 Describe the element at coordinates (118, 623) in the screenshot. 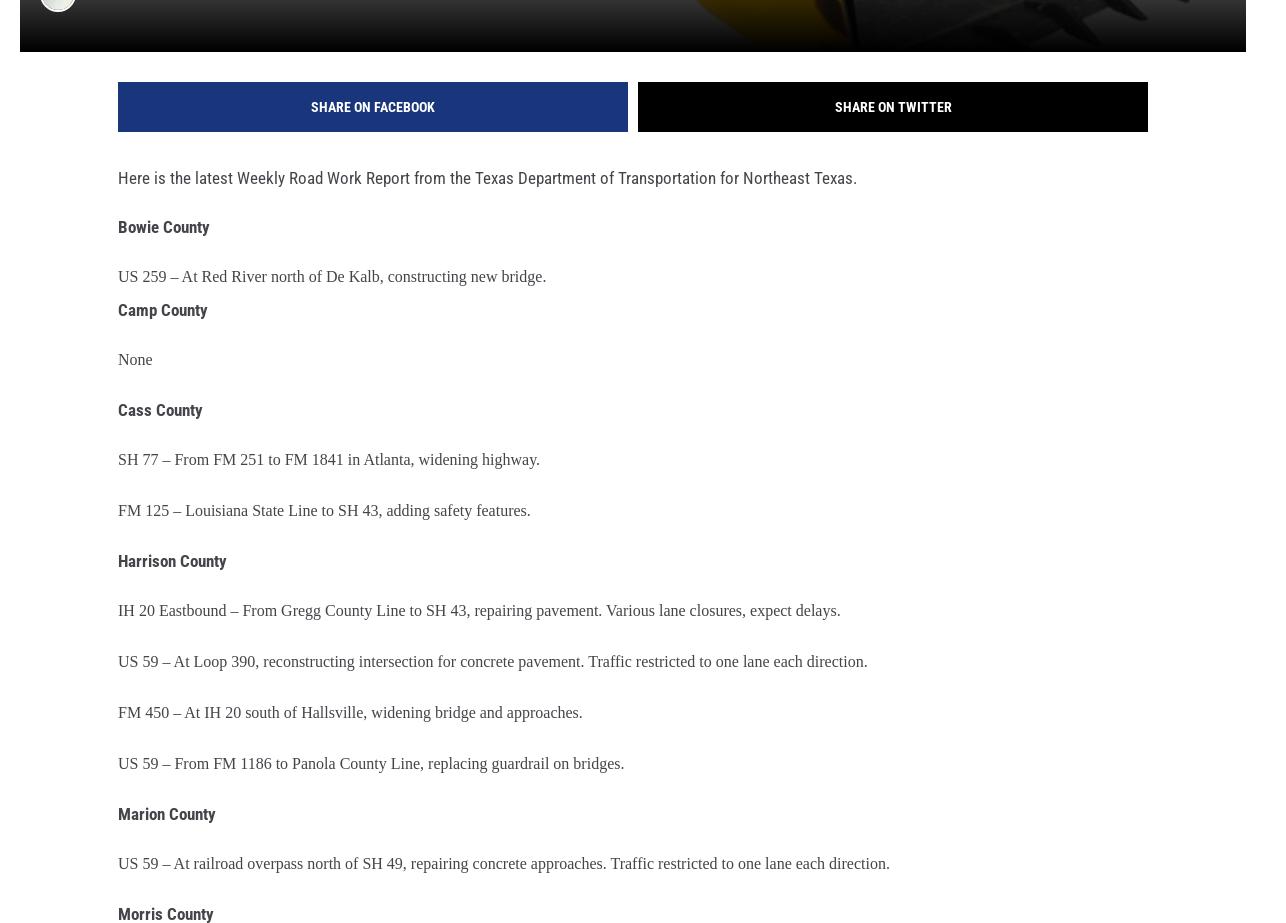

I see `'IH 20 Eastbound – From Gregg County Line to SH 43, repairing pavement. Various lane closures, expect delays.'` at that location.